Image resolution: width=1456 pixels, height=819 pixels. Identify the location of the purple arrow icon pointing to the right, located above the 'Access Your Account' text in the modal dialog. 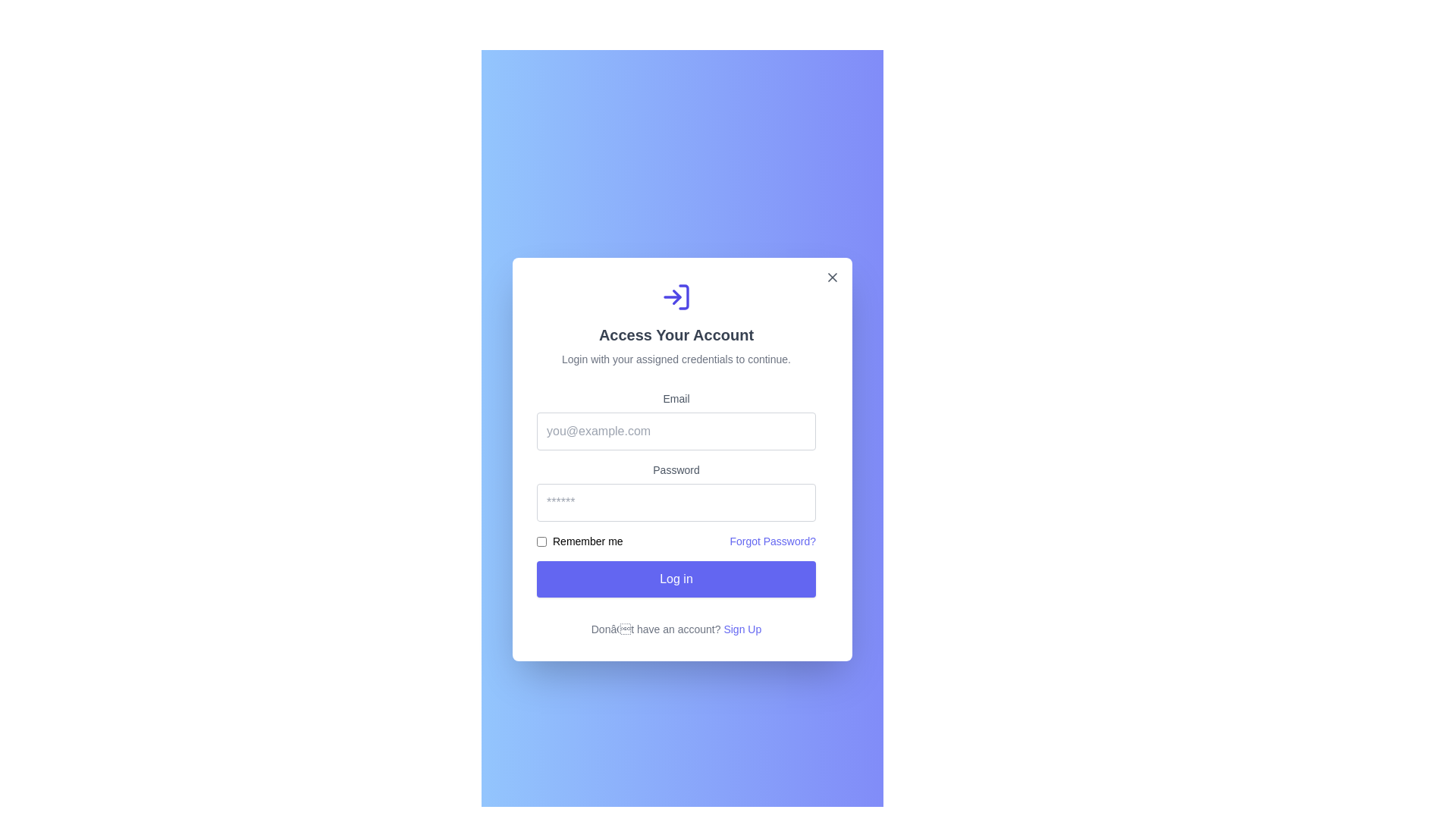
(676, 297).